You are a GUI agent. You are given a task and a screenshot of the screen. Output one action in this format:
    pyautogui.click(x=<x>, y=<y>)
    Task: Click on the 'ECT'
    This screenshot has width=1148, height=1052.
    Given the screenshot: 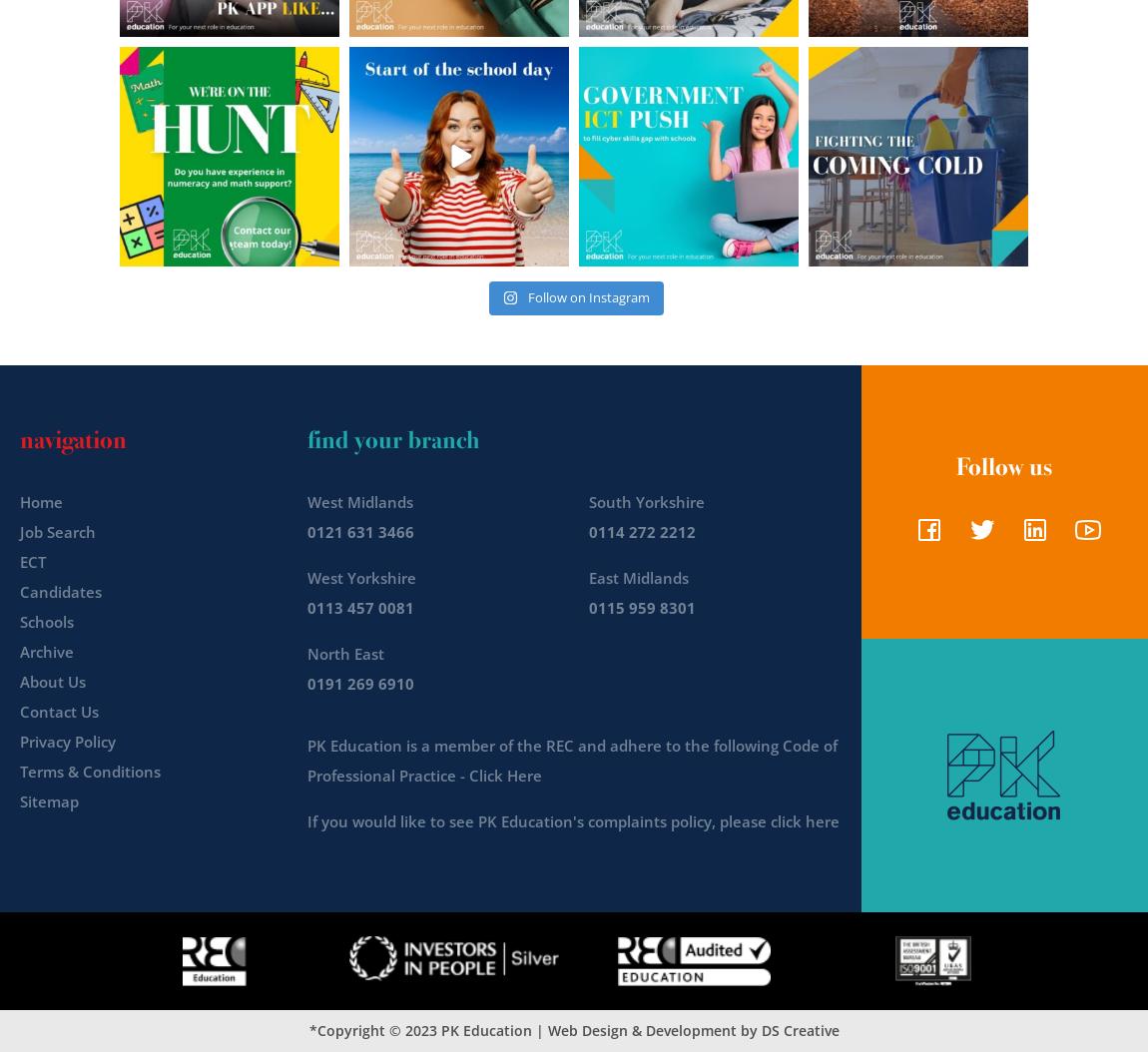 What is the action you would take?
    pyautogui.click(x=32, y=560)
    